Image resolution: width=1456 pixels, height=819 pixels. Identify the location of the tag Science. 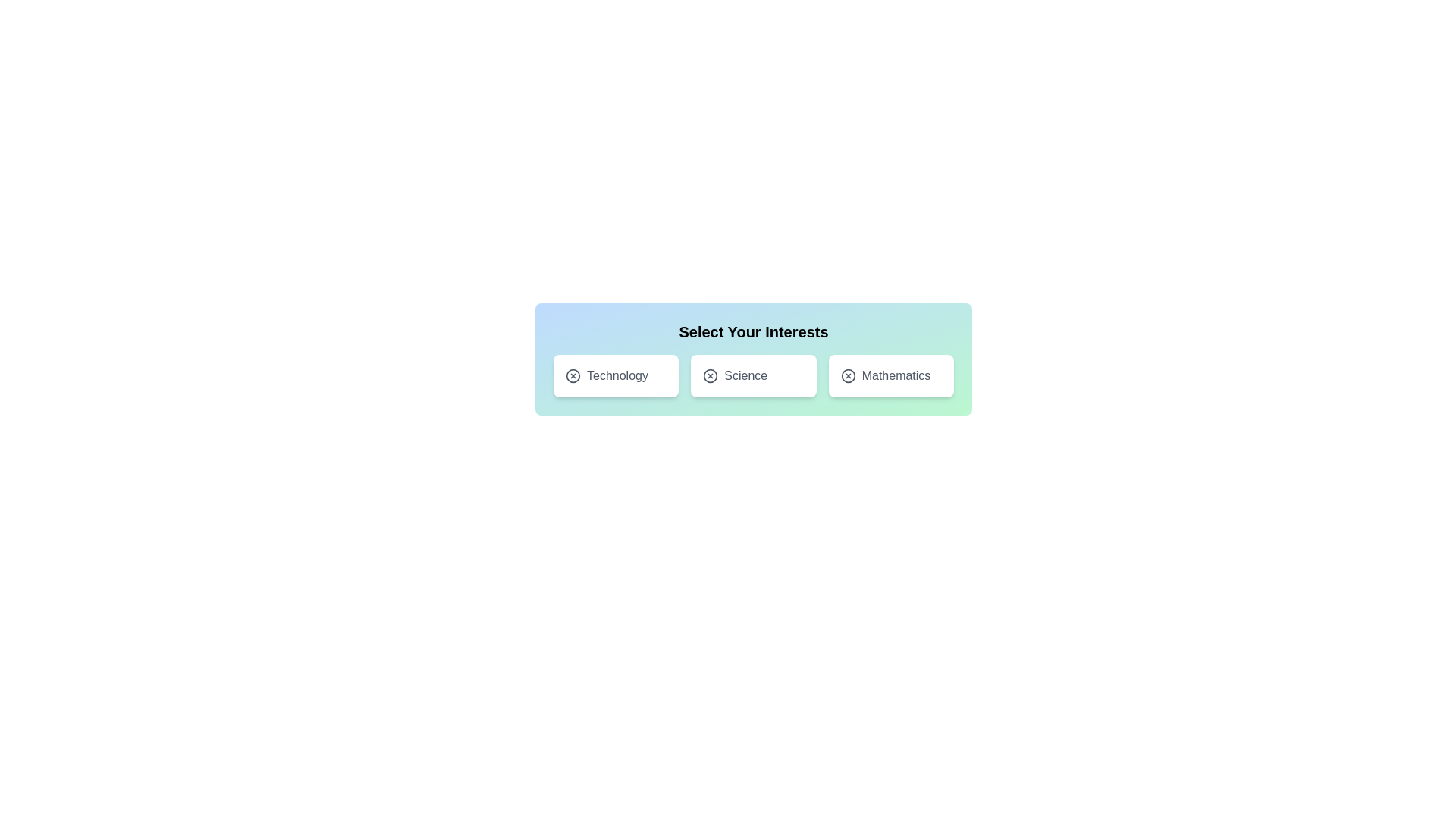
(753, 375).